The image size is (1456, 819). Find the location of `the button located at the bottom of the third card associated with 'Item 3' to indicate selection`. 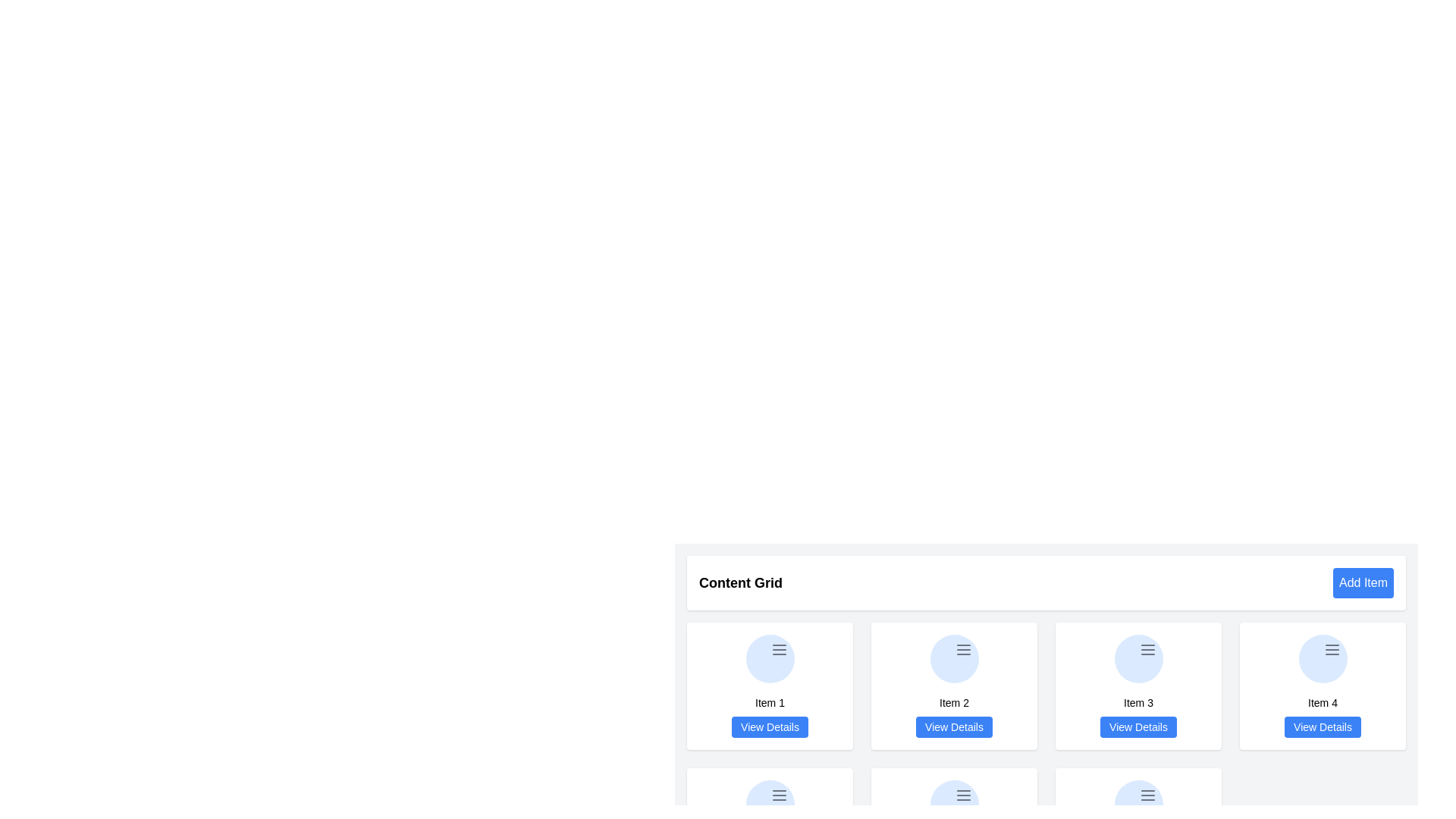

the button located at the bottom of the third card associated with 'Item 3' to indicate selection is located at coordinates (1138, 726).